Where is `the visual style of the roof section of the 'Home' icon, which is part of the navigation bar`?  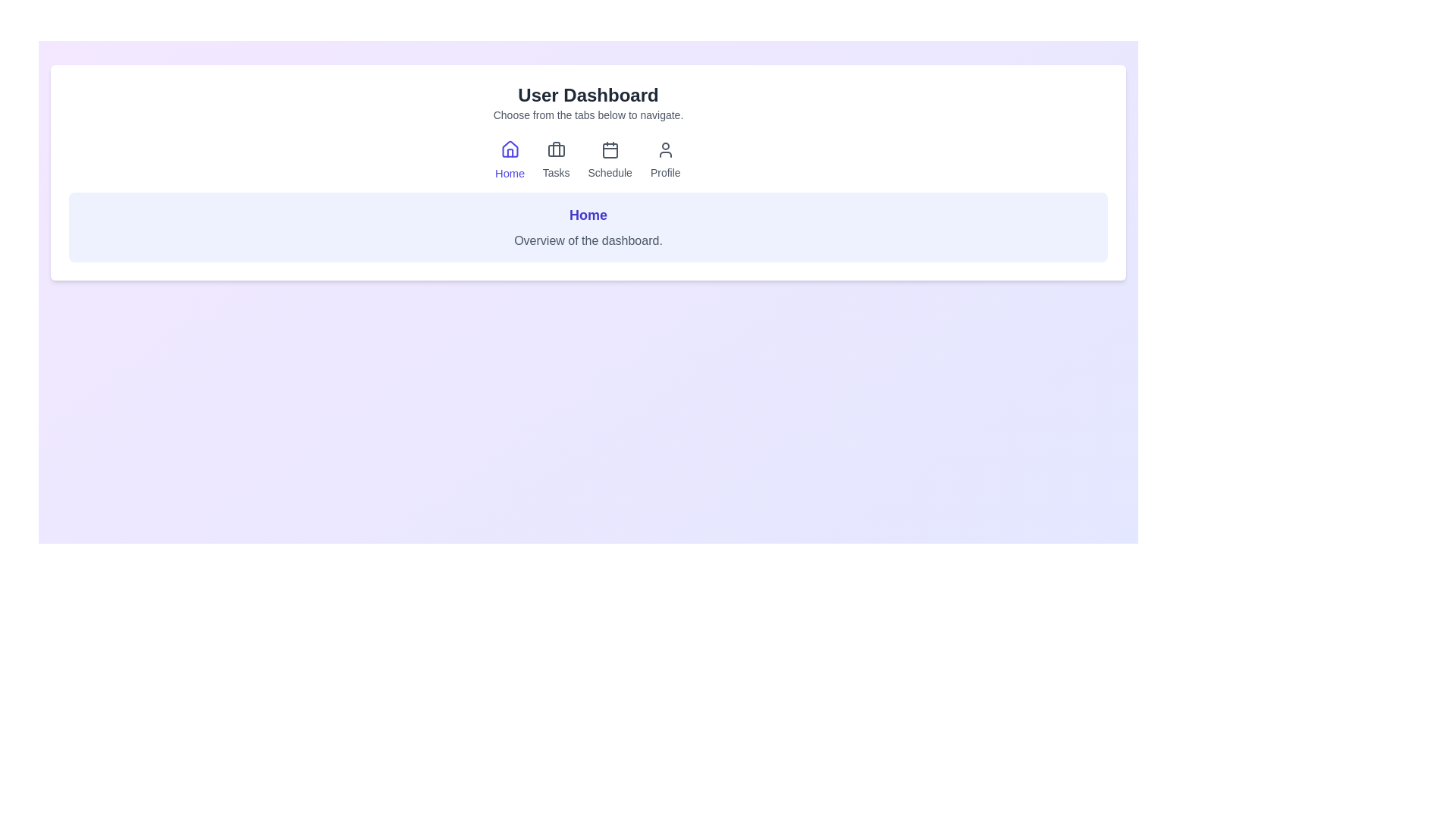 the visual style of the roof section of the 'Home' icon, which is part of the navigation bar is located at coordinates (510, 149).